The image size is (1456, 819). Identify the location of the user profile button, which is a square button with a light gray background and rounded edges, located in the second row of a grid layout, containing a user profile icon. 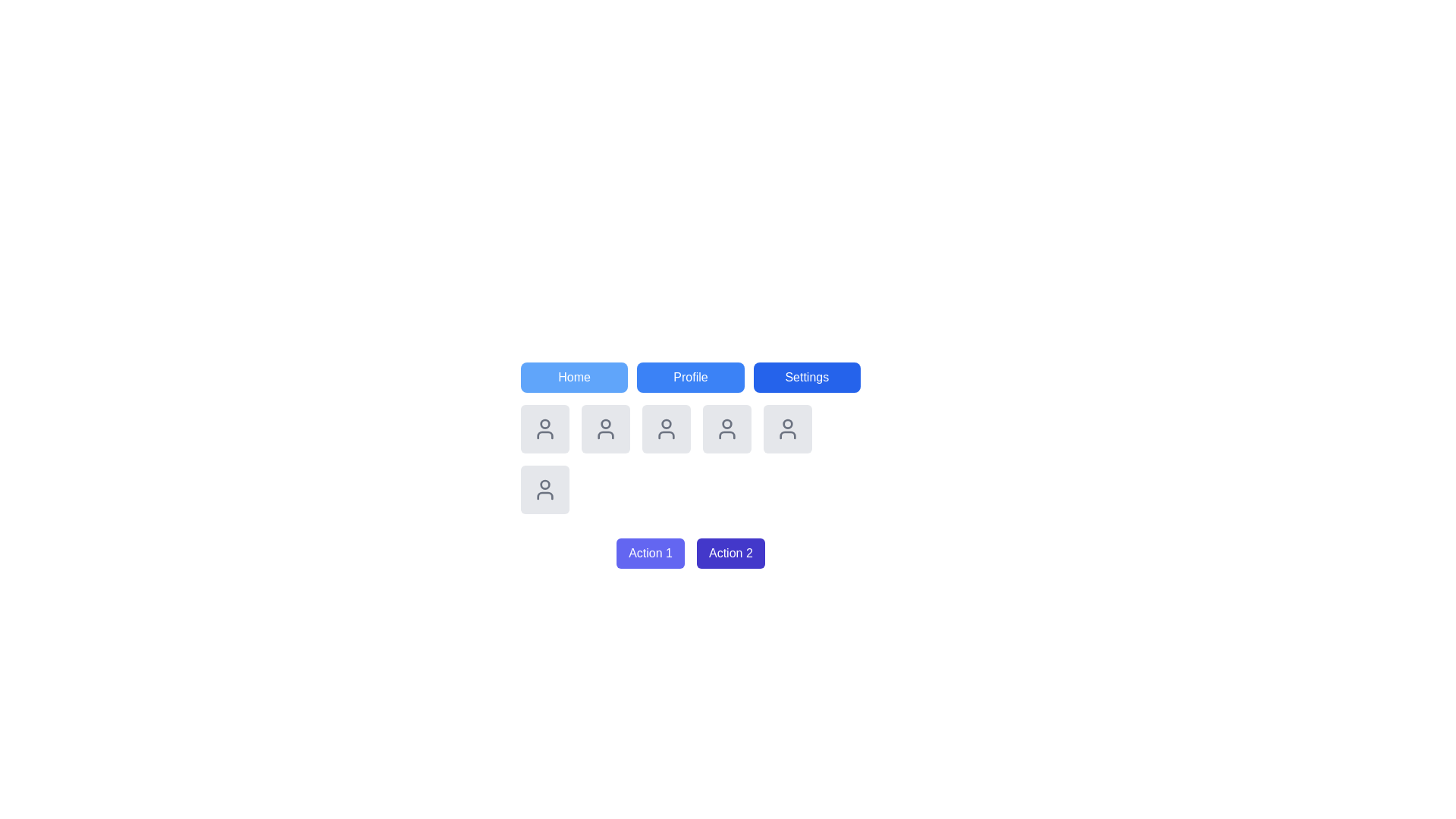
(545, 489).